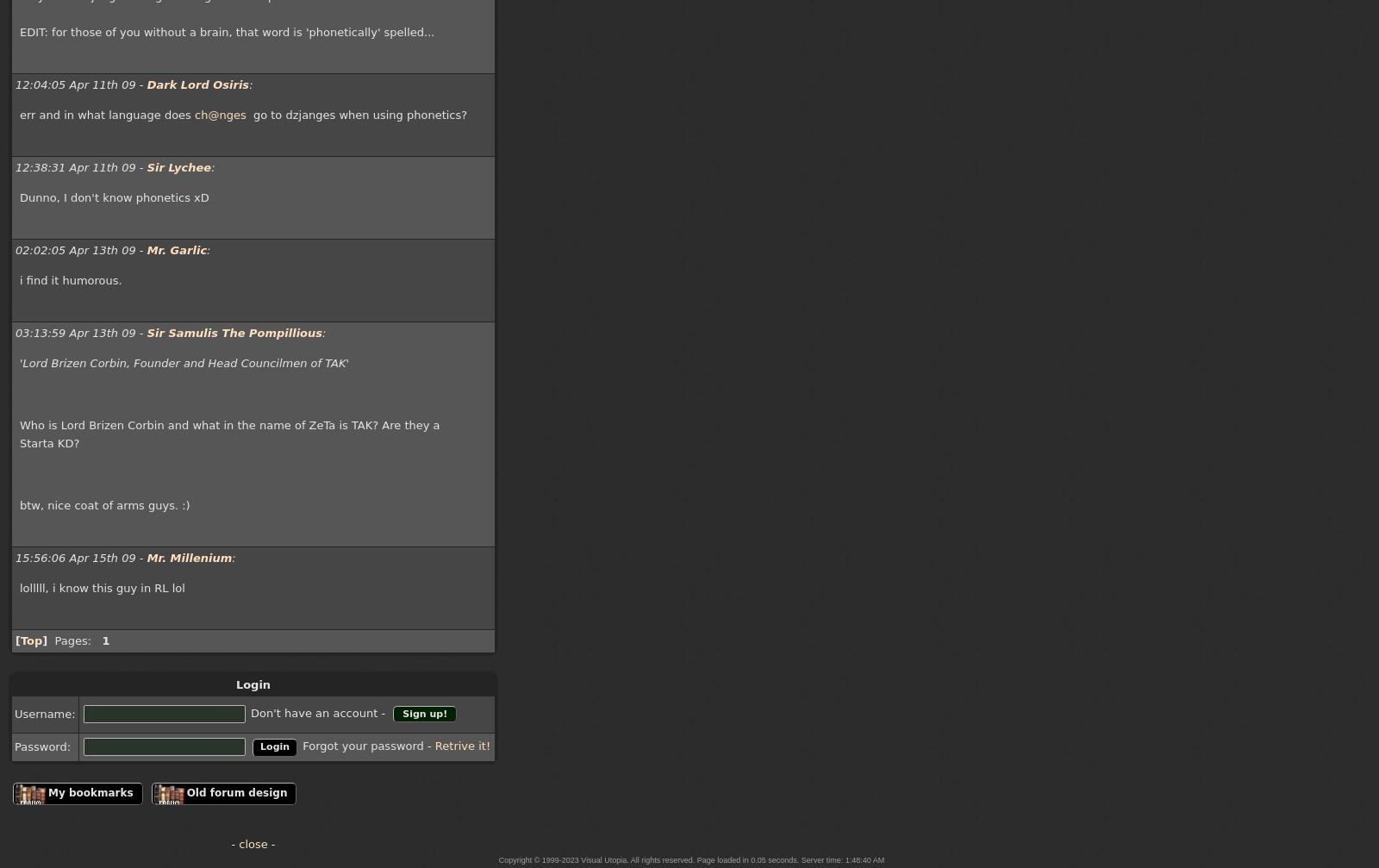 This screenshot has width=1379, height=868. What do you see at coordinates (689, 859) in the screenshot?
I see `'Copyright © 1999-2023 Visual Utopia. All rights reserved. Page loaded in 0.05 seconds. Server time: 1:48:40 AM'` at bounding box center [689, 859].